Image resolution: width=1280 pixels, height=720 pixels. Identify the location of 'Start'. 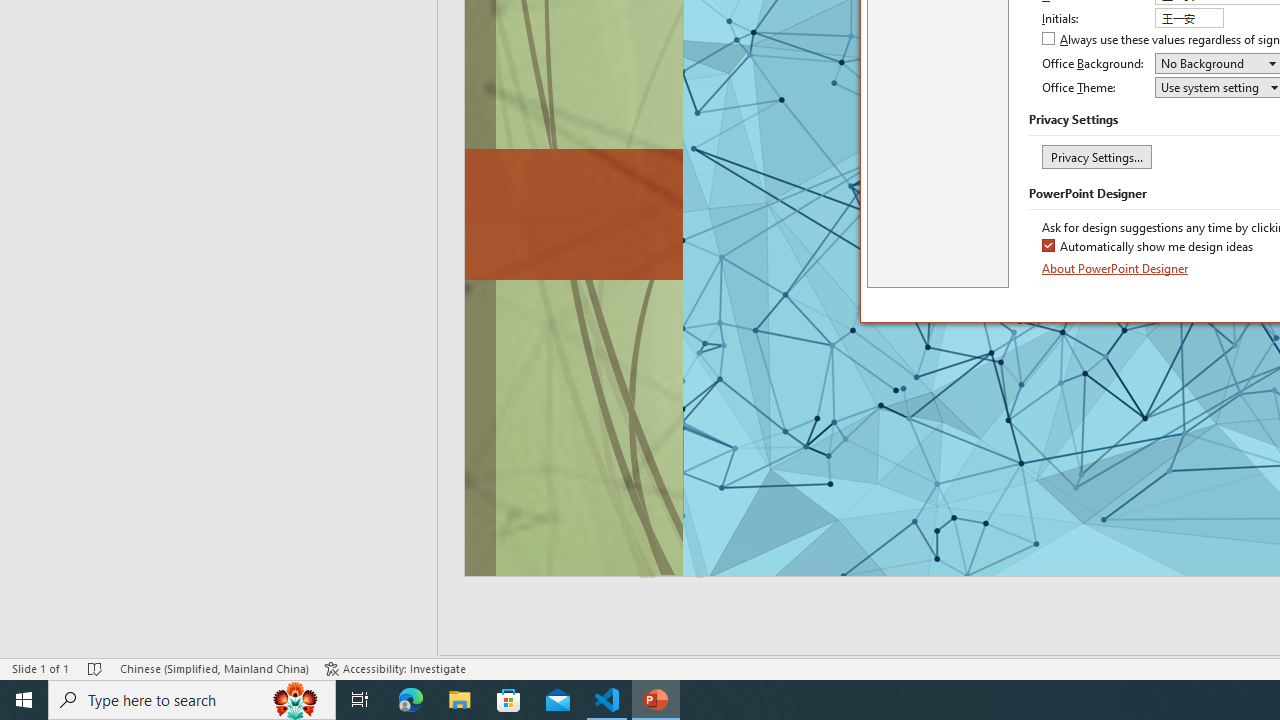
(24, 698).